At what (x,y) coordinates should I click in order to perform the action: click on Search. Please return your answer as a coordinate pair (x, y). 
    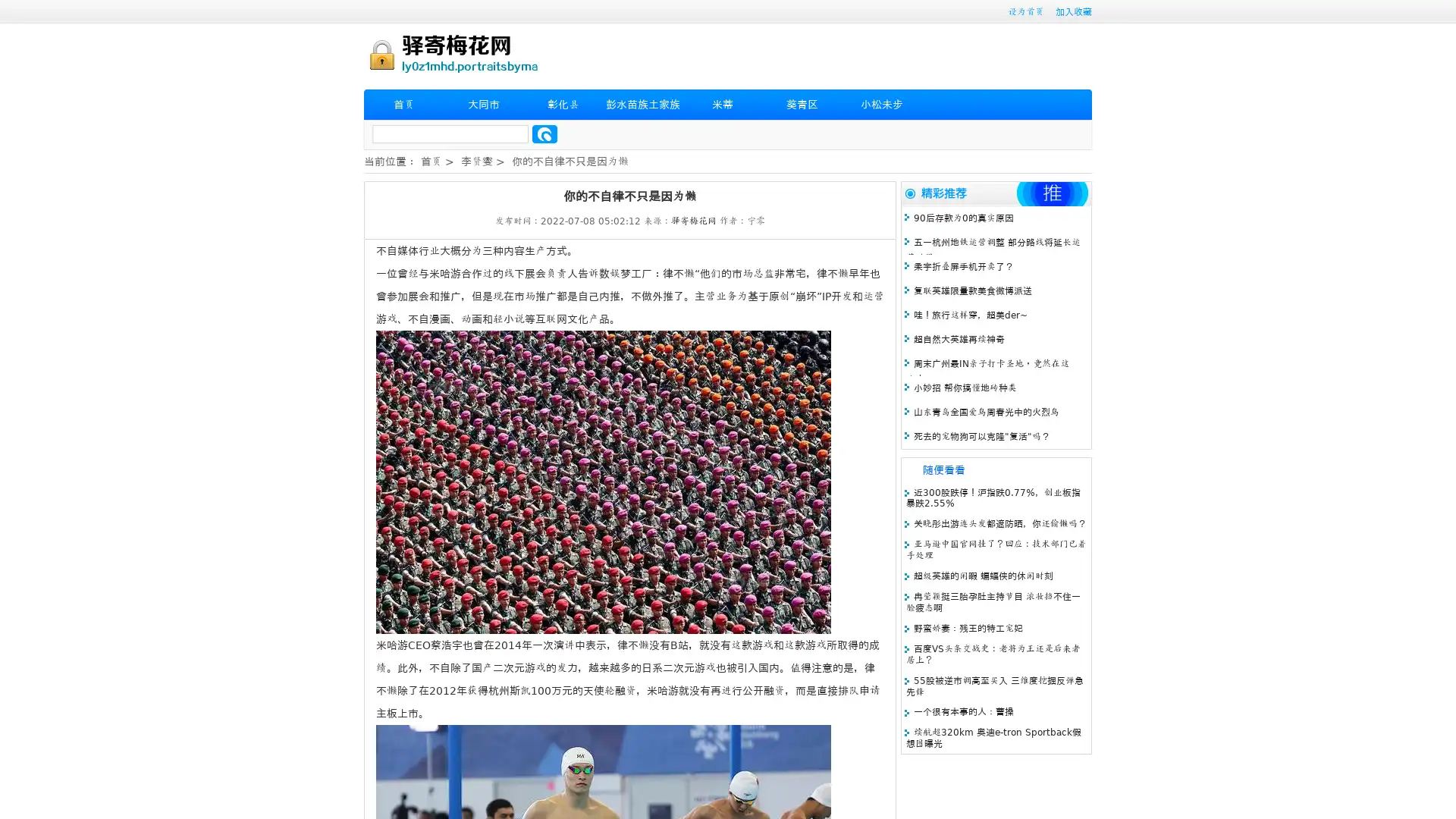
    Looking at the image, I should click on (544, 133).